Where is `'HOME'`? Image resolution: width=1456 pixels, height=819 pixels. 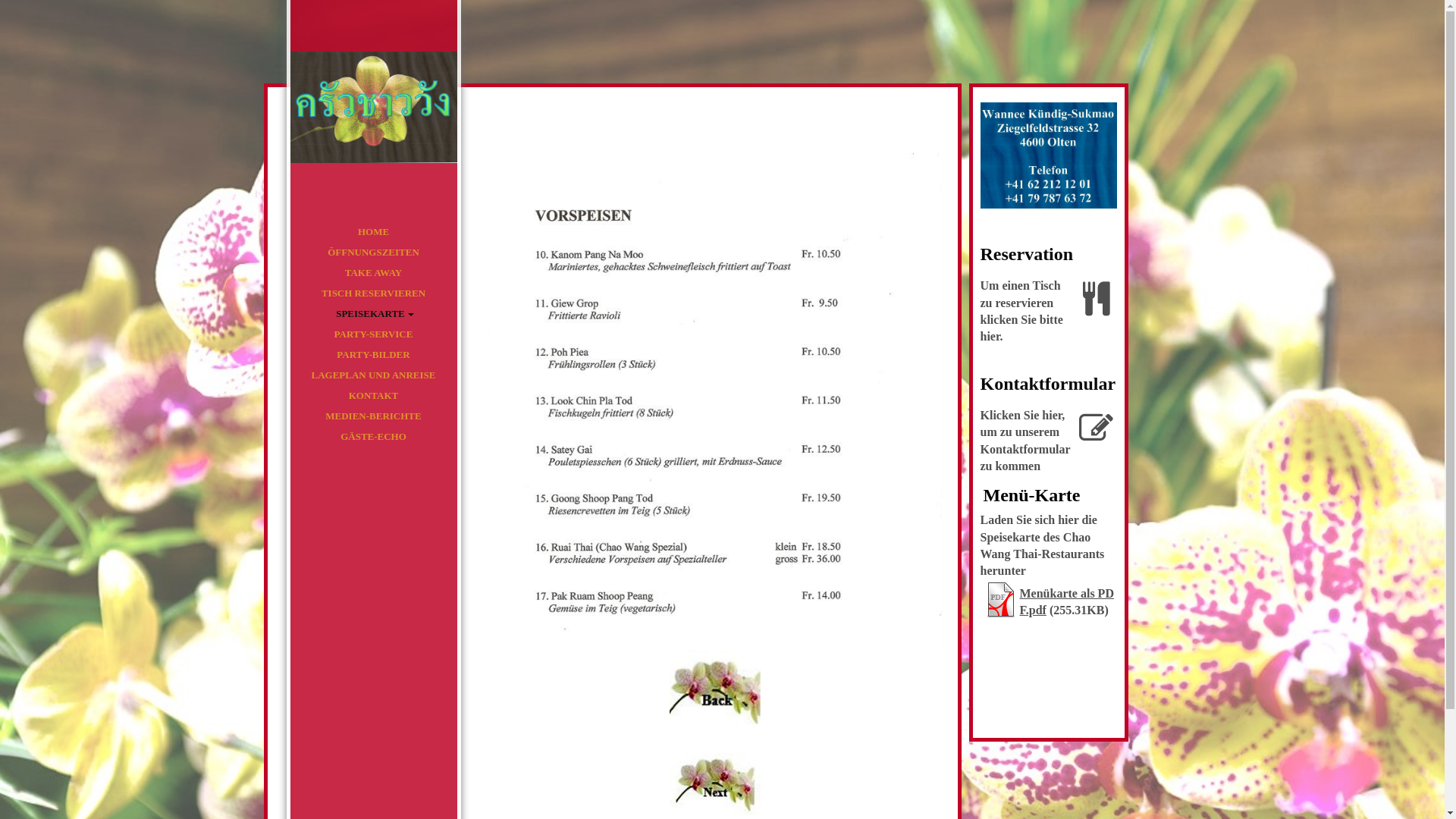
'HOME' is located at coordinates (372, 231).